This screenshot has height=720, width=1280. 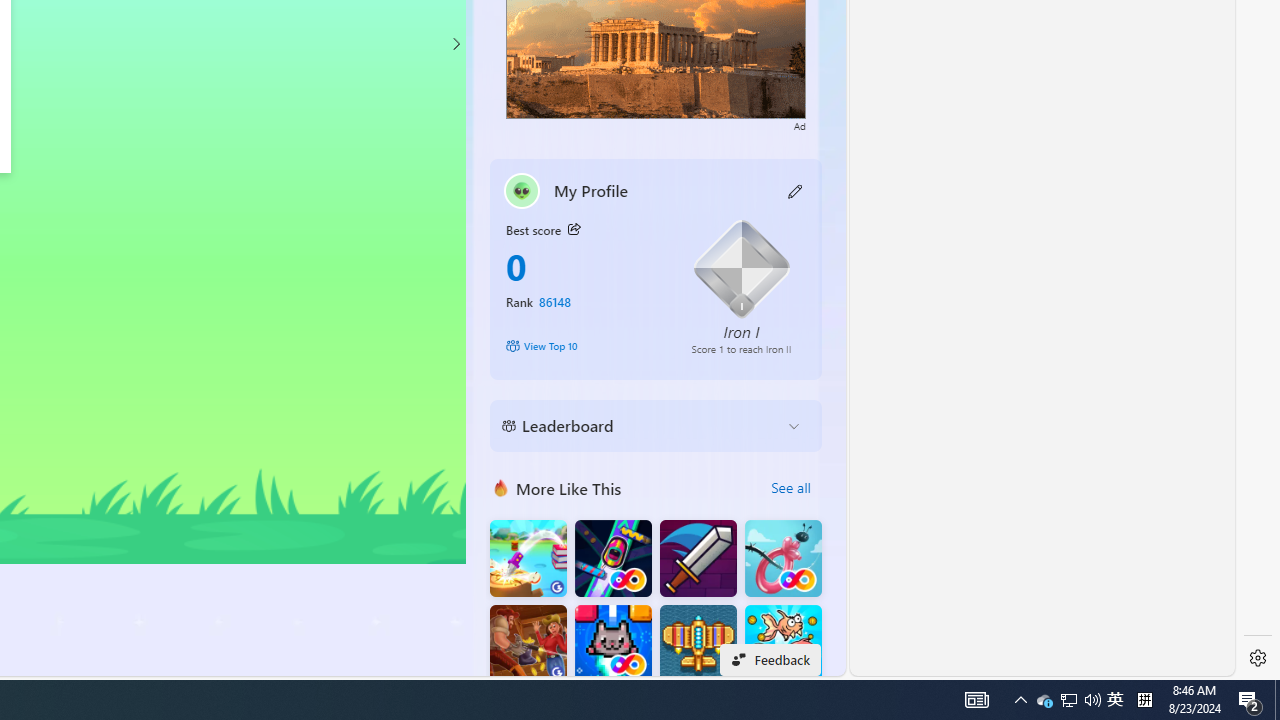 I want to click on 'Class: button edit-icon', so click(x=795, y=190).